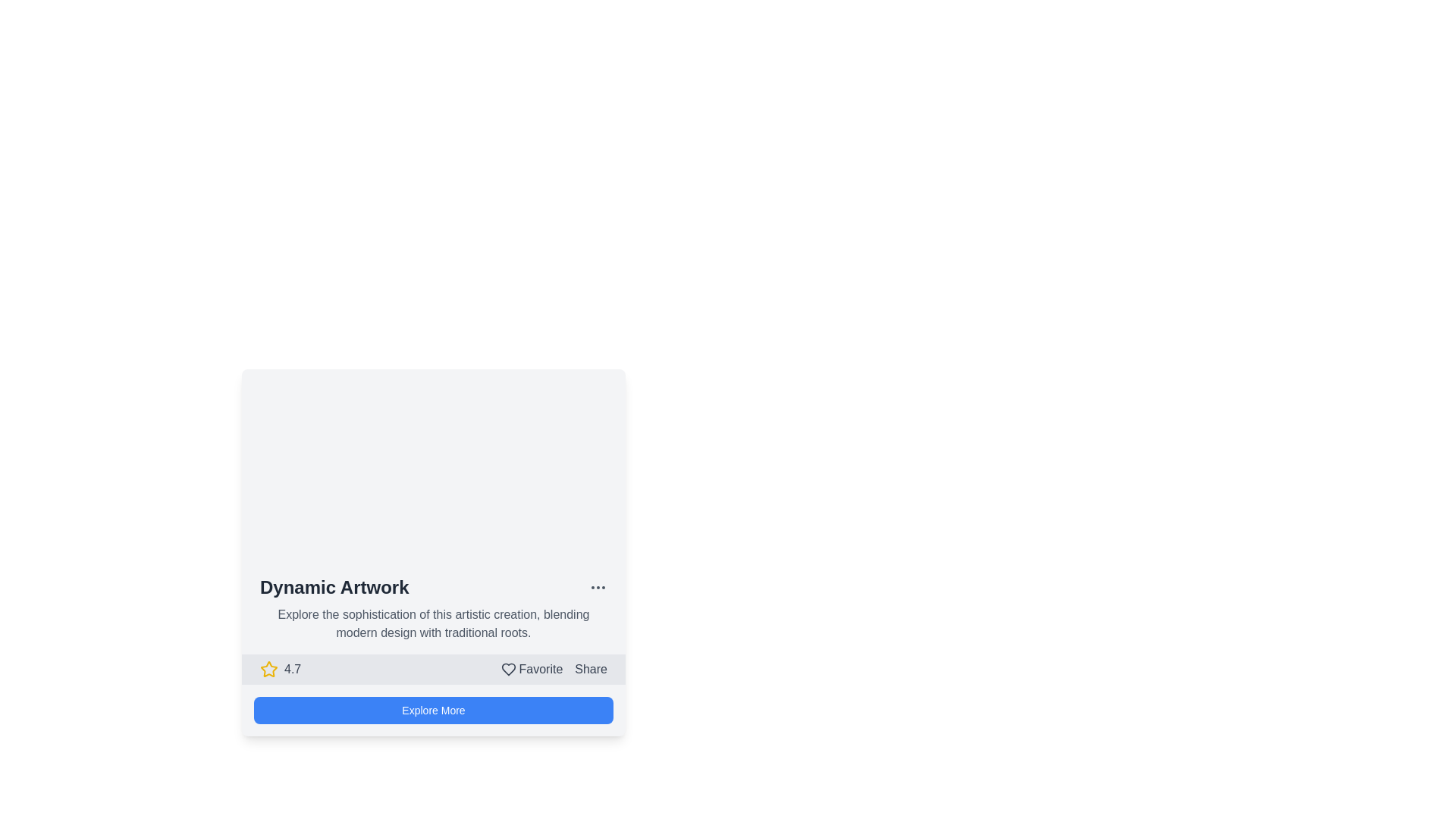 The image size is (1456, 819). Describe the element at coordinates (432, 607) in the screenshot. I see `the informational text block titled 'Dynamic Artwork' to activate potential UI effects like tooltips` at that location.